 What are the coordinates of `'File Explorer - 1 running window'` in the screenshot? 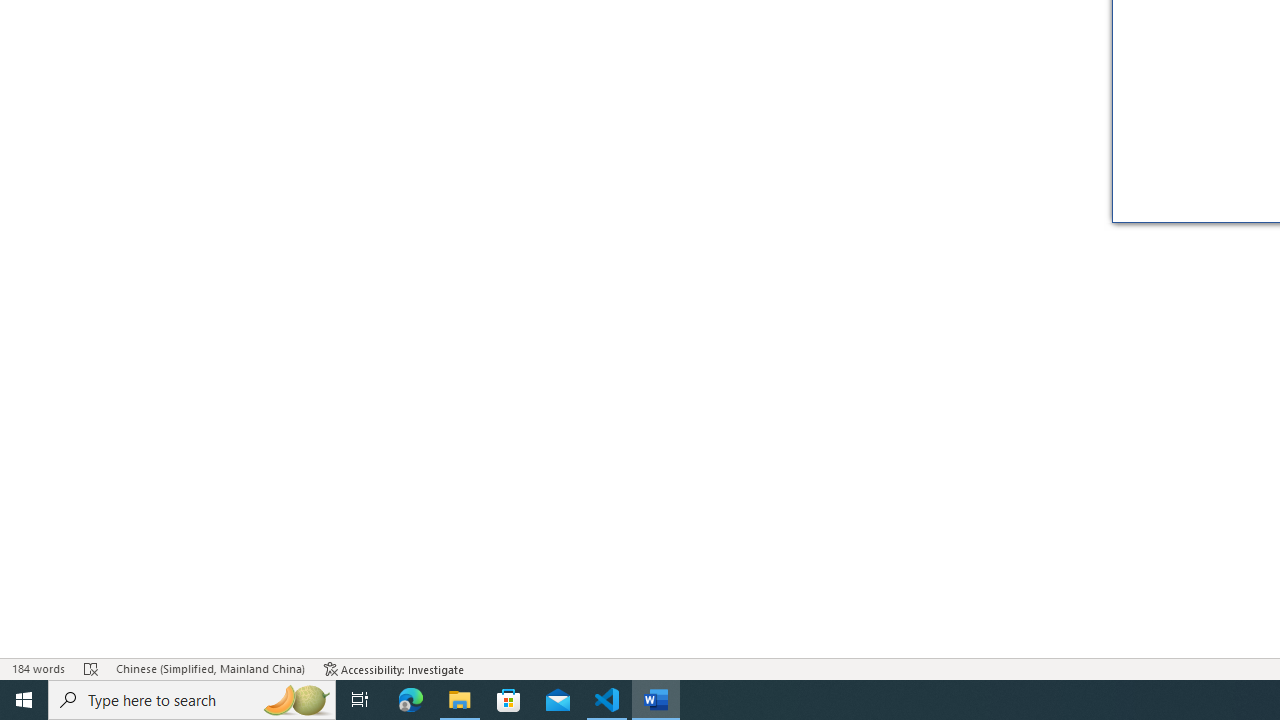 It's located at (459, 698).